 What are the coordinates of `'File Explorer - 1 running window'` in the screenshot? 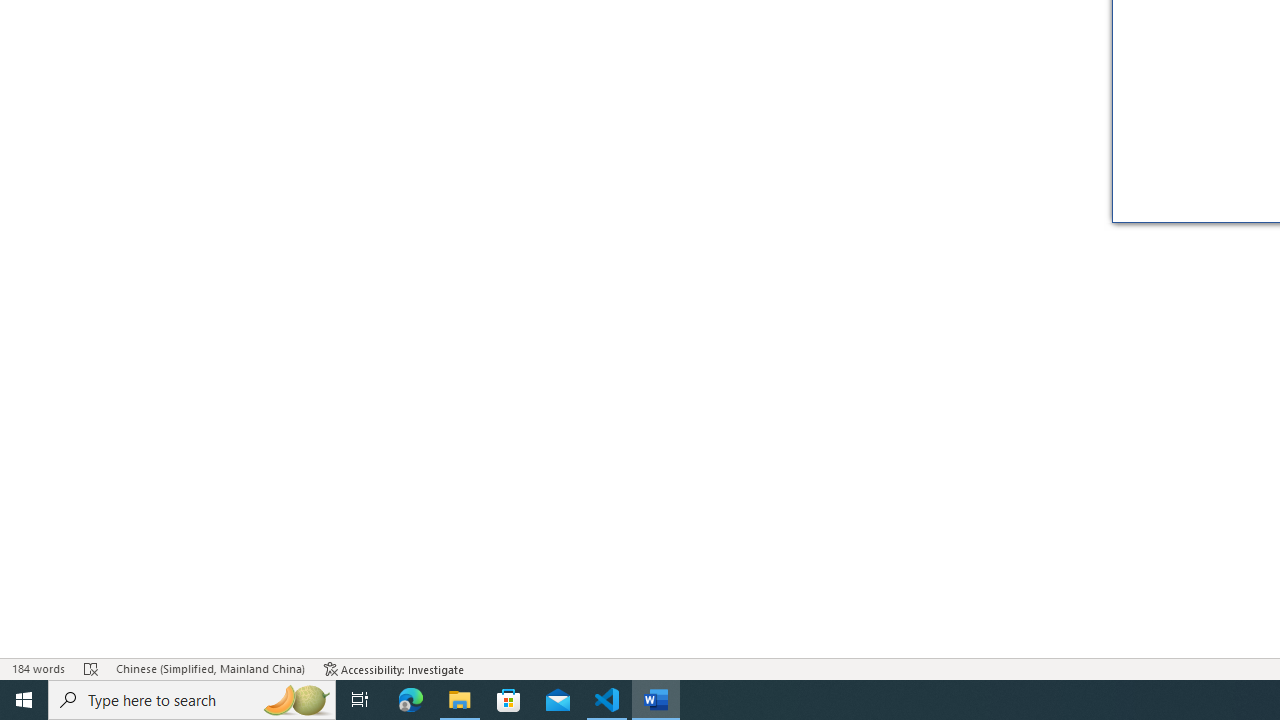 It's located at (459, 698).